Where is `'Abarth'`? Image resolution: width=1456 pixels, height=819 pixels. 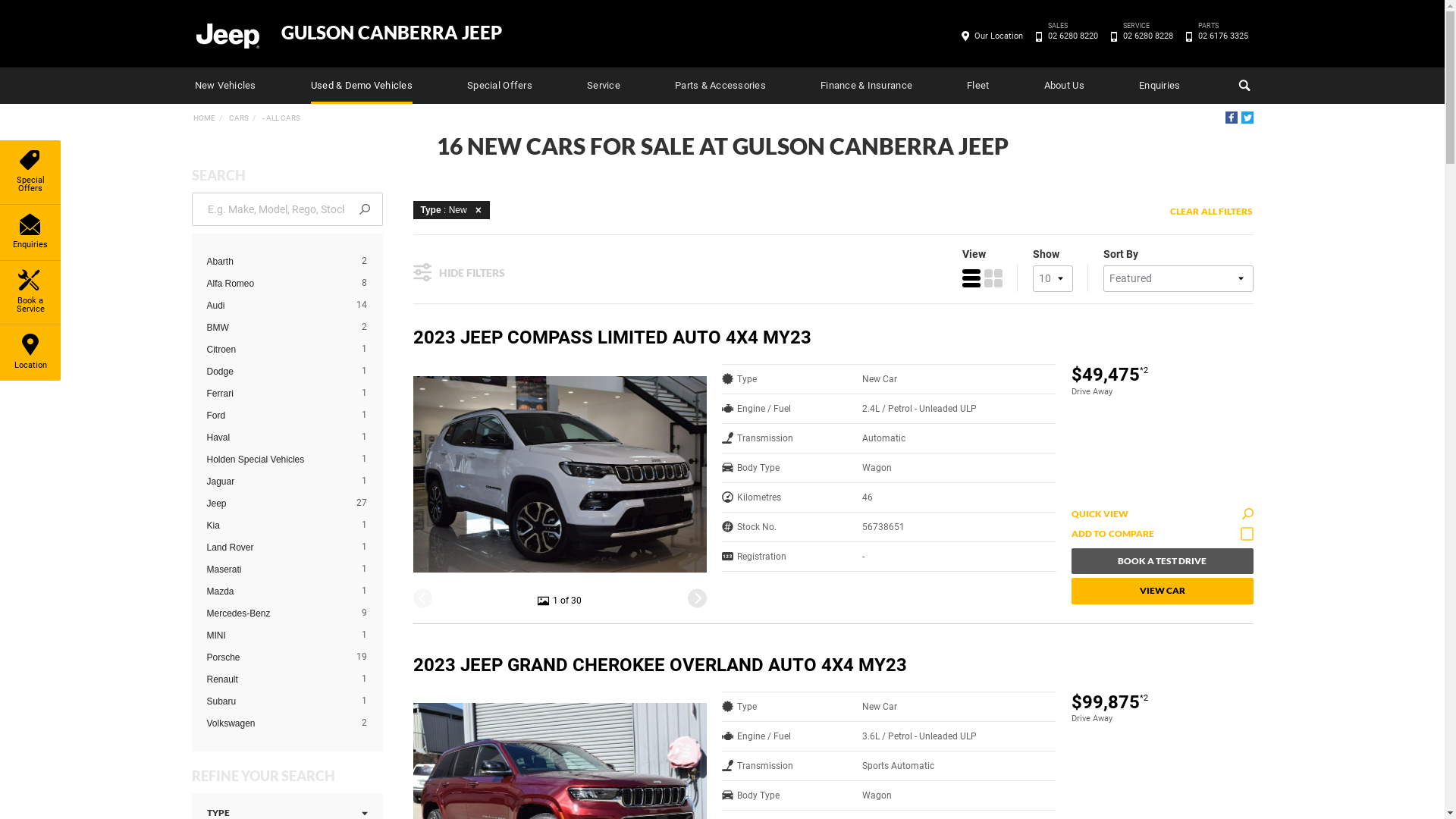 'Abarth' is located at coordinates (275, 260).